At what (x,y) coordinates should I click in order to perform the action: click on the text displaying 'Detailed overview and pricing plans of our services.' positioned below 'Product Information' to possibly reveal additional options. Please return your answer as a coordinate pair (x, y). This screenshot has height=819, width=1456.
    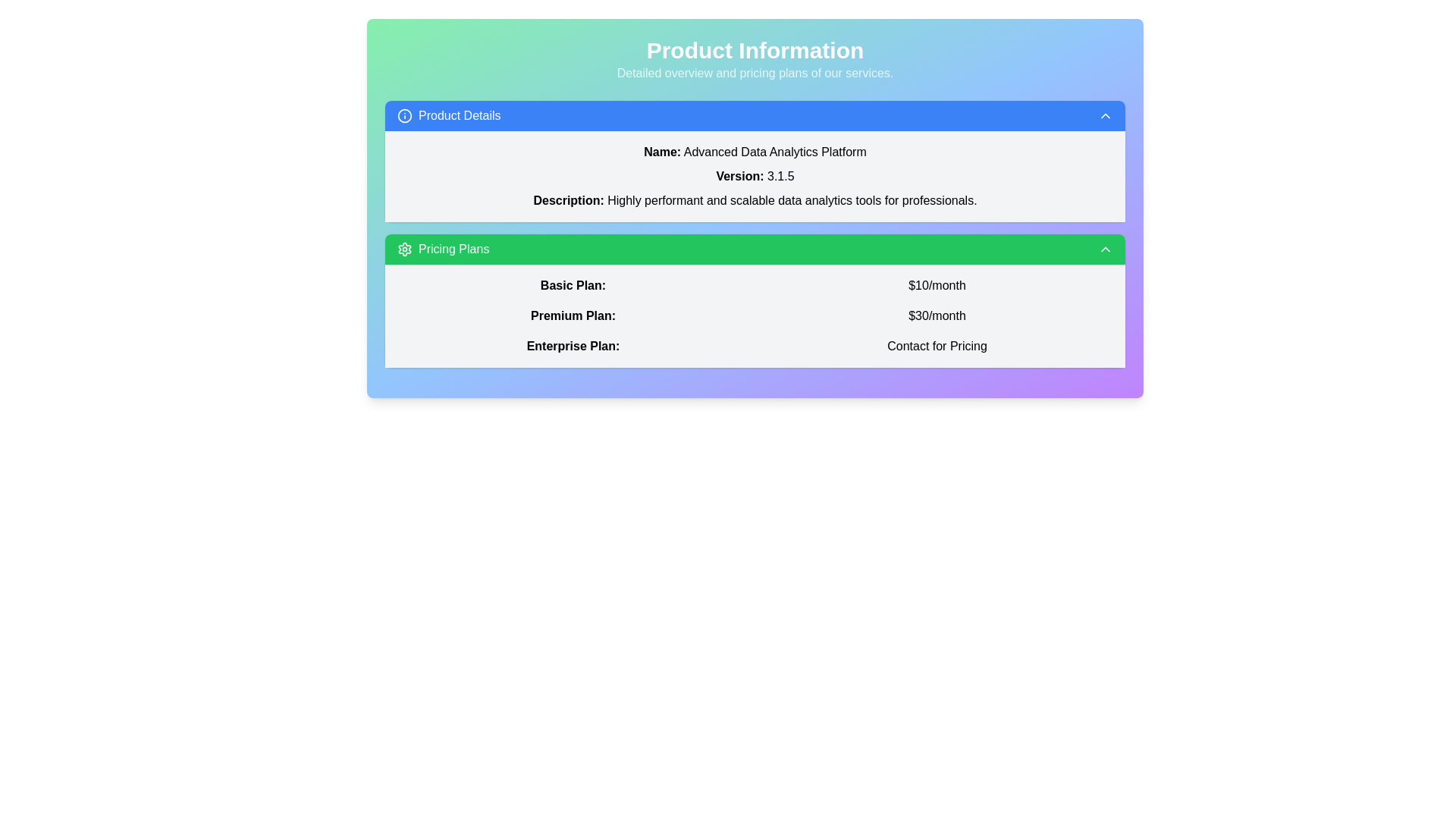
    Looking at the image, I should click on (755, 73).